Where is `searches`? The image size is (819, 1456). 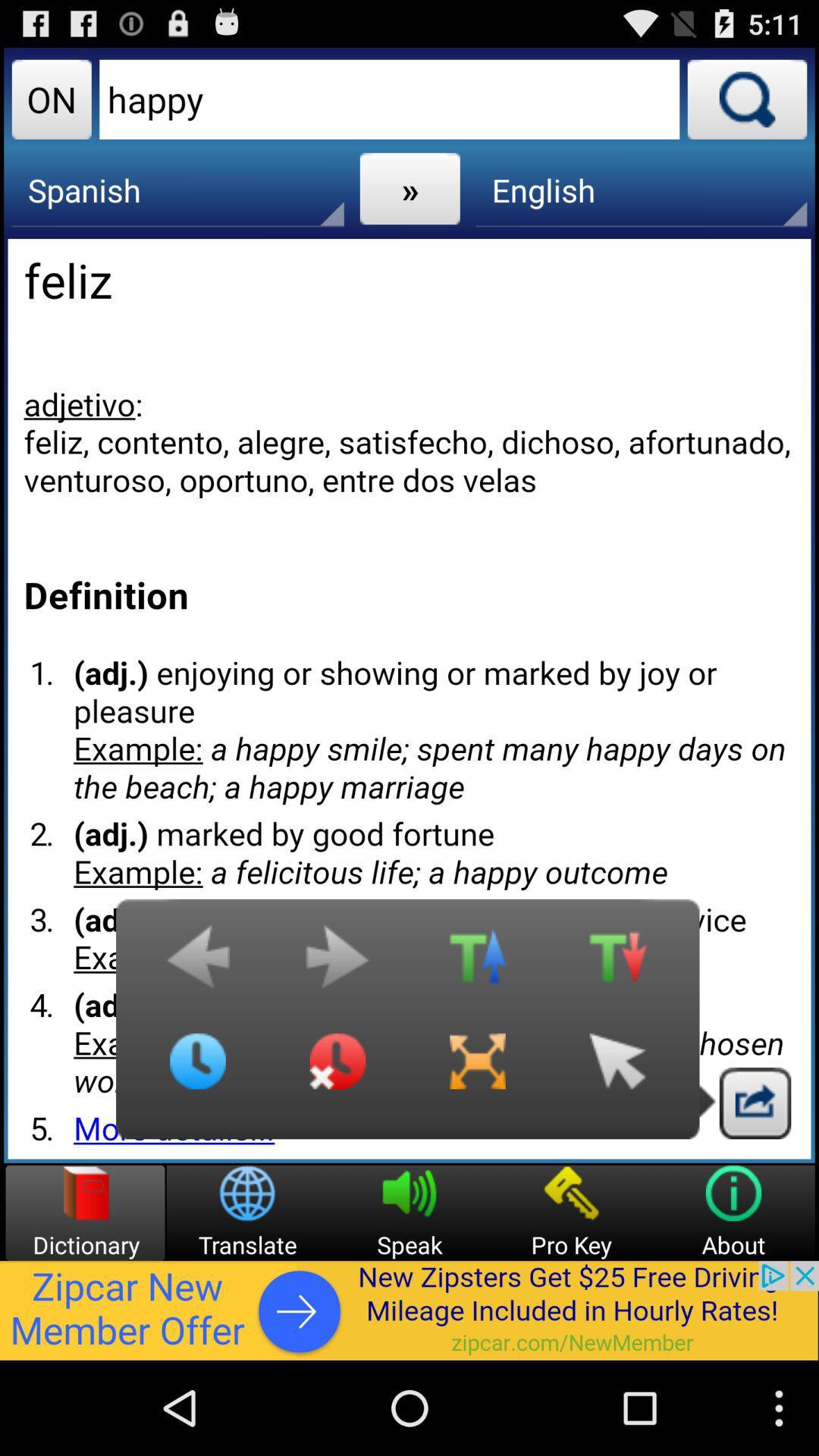 searches is located at coordinates (746, 99).